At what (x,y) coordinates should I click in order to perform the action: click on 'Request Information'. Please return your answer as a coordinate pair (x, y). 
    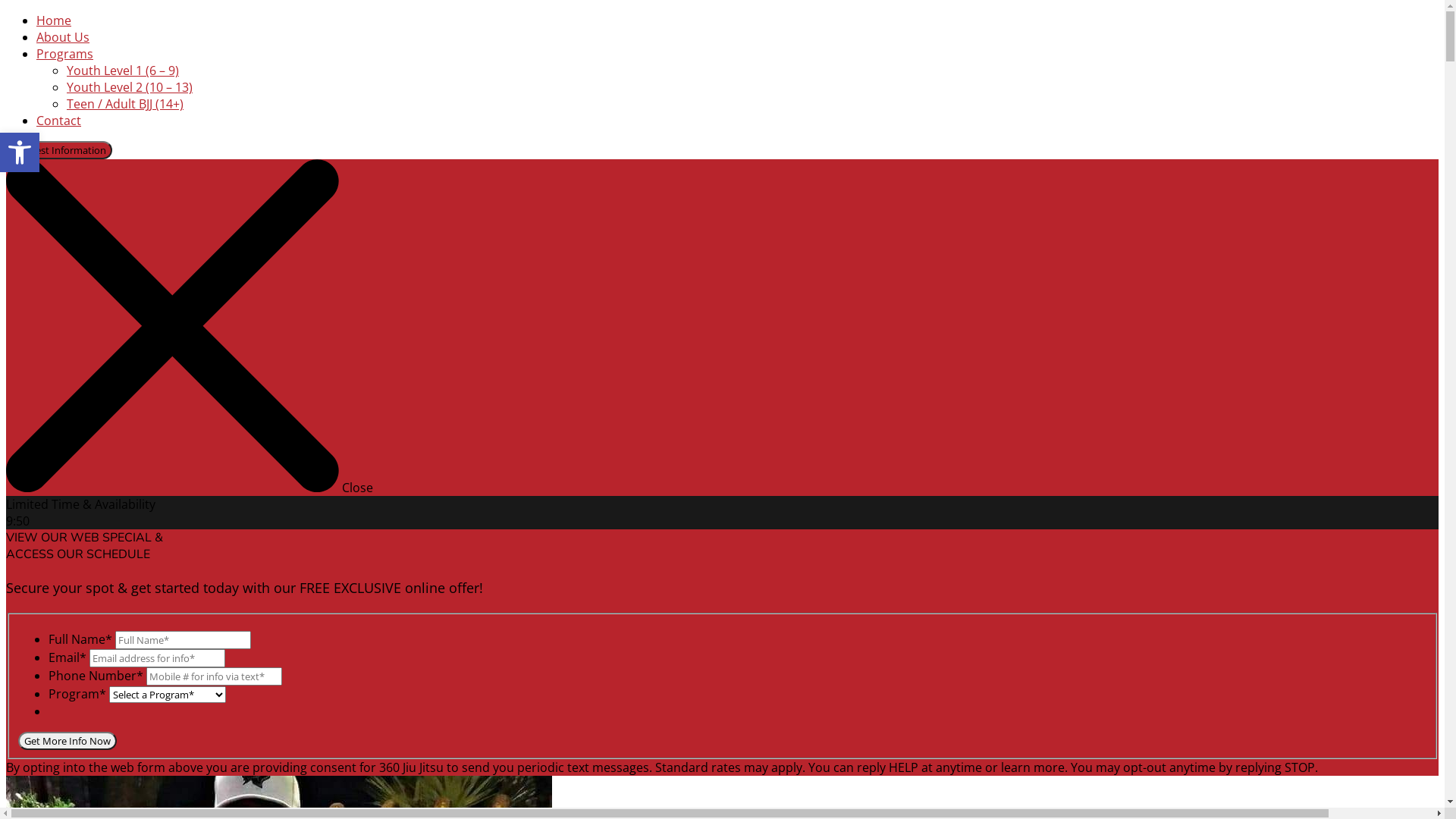
    Looking at the image, I should click on (58, 149).